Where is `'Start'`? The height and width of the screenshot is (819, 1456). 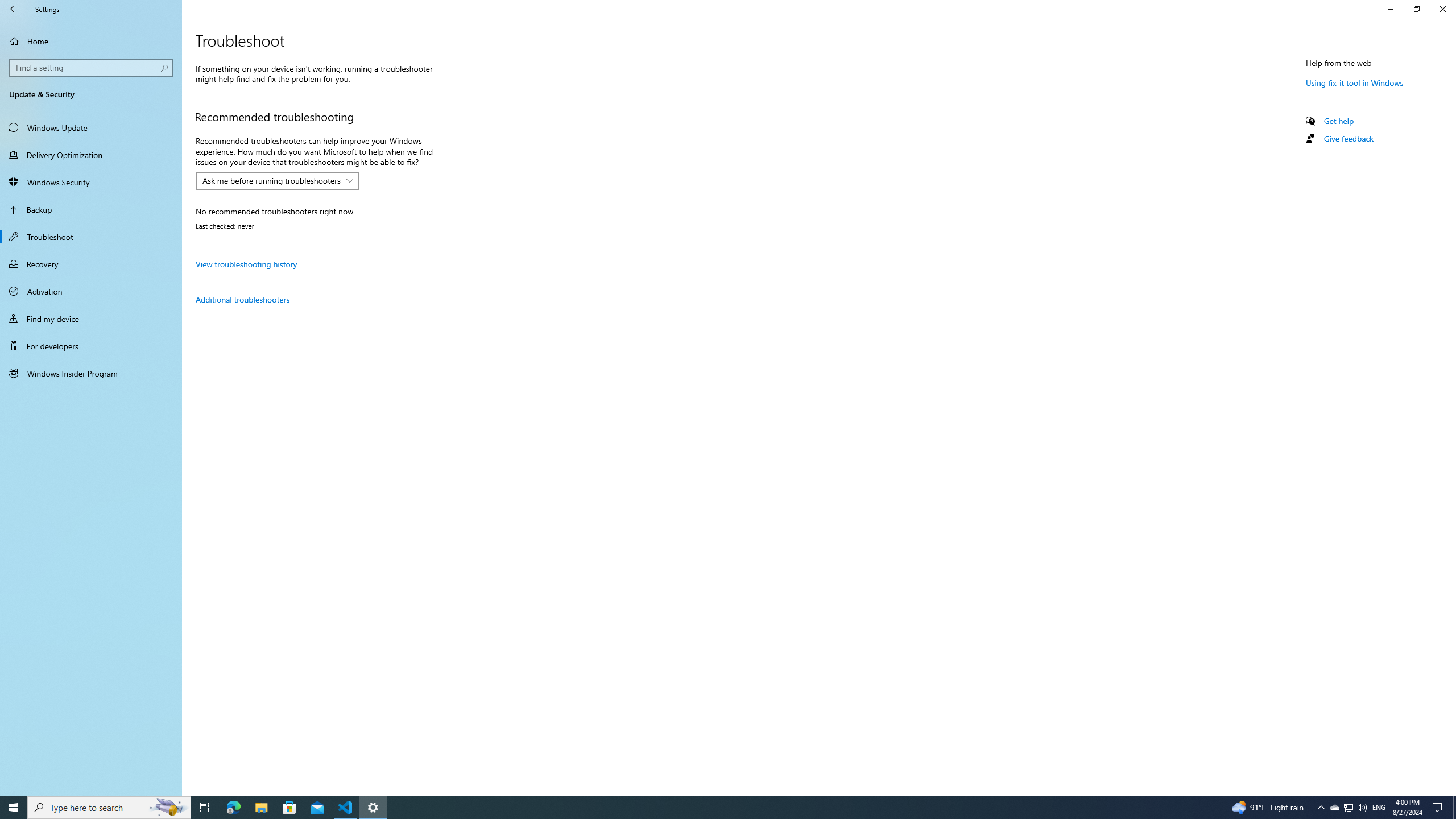 'Start' is located at coordinates (14, 806).